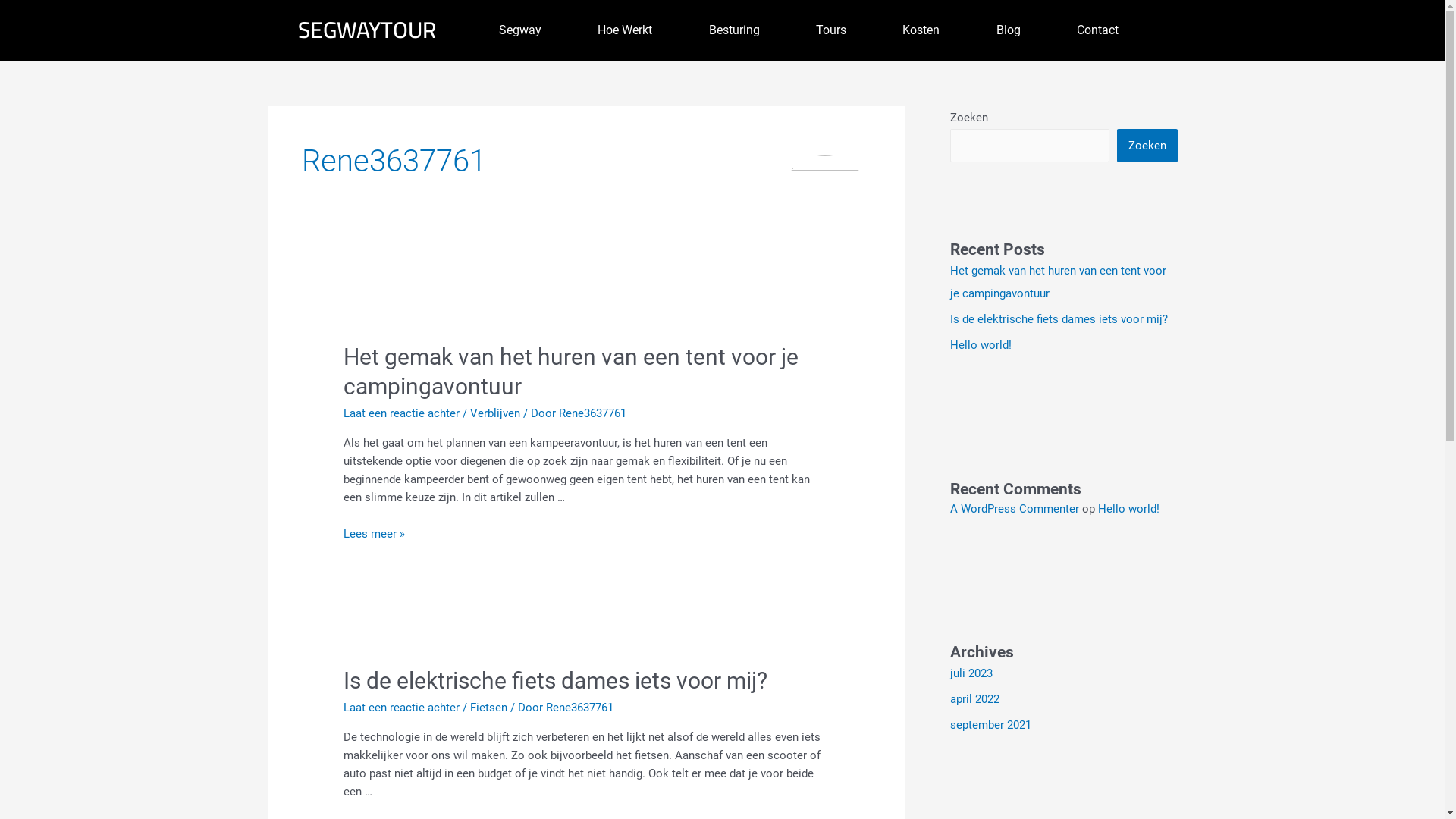 This screenshot has width=1456, height=819. I want to click on 'Zoeken', so click(1116, 146).